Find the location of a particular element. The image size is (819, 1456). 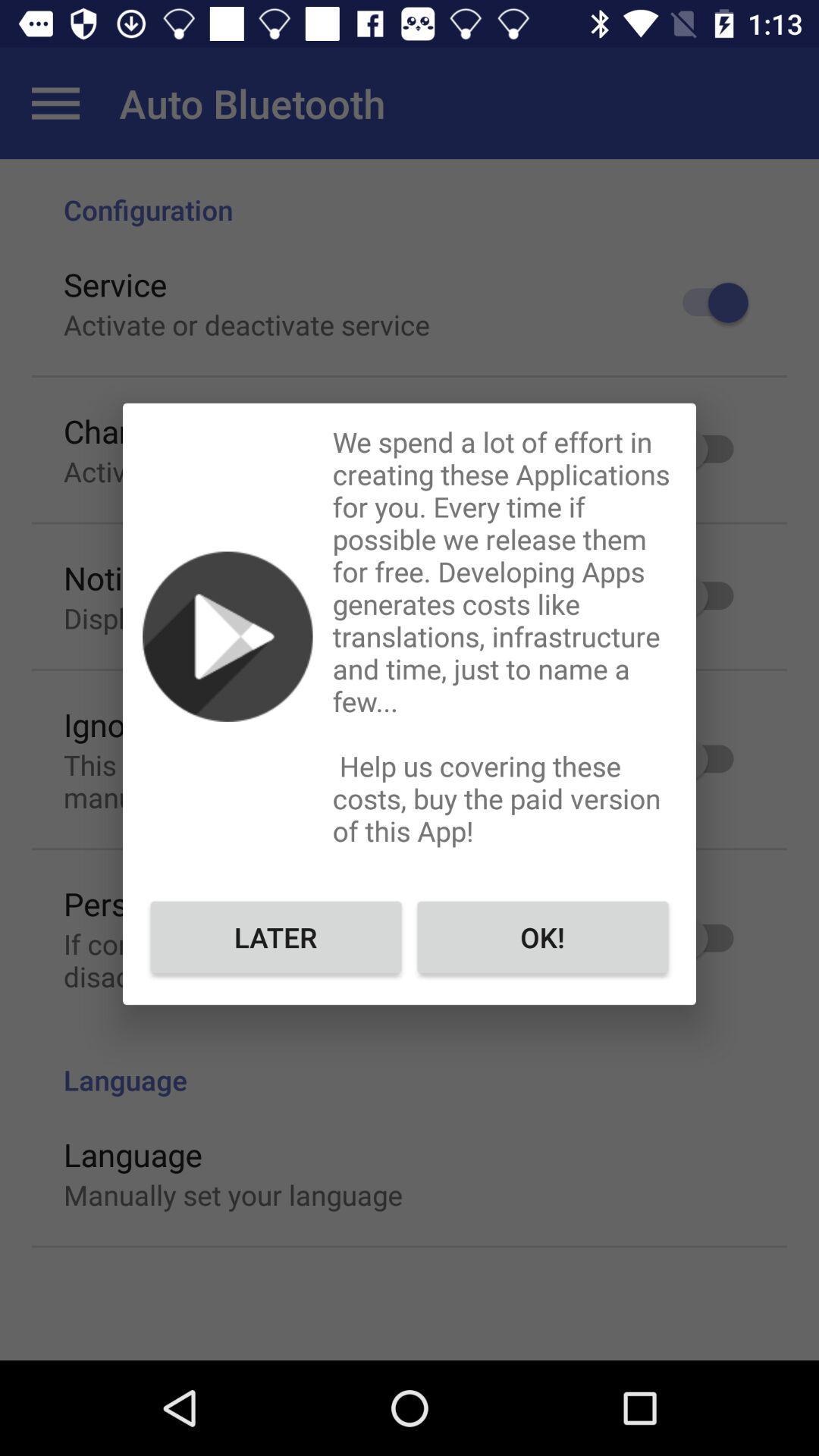

the ok! is located at coordinates (541, 936).